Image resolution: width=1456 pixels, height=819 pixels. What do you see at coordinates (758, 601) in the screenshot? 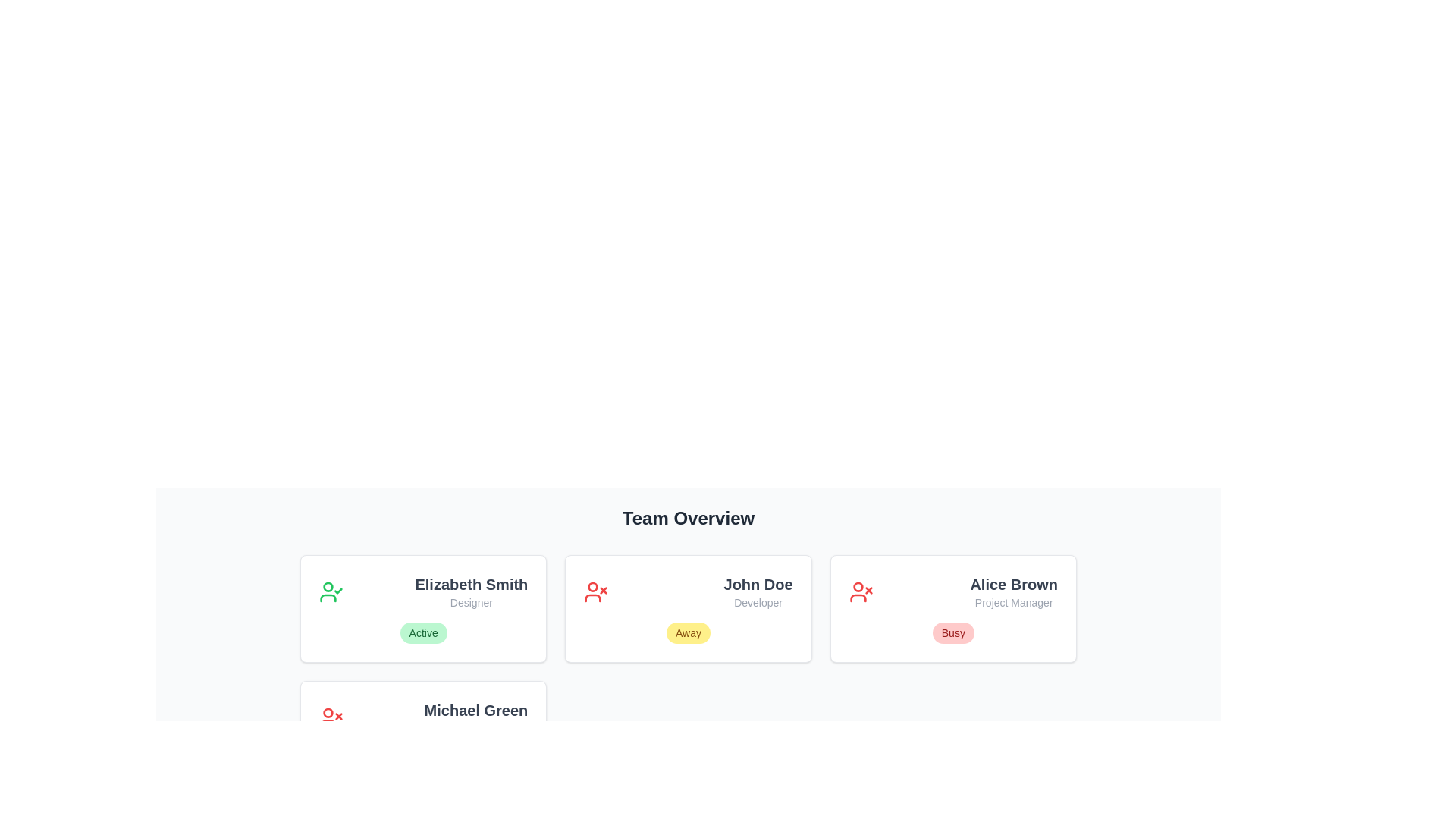
I see `the 'Developer' text label located below 'John Doe' in the profile card within the Team Overview layout` at bounding box center [758, 601].